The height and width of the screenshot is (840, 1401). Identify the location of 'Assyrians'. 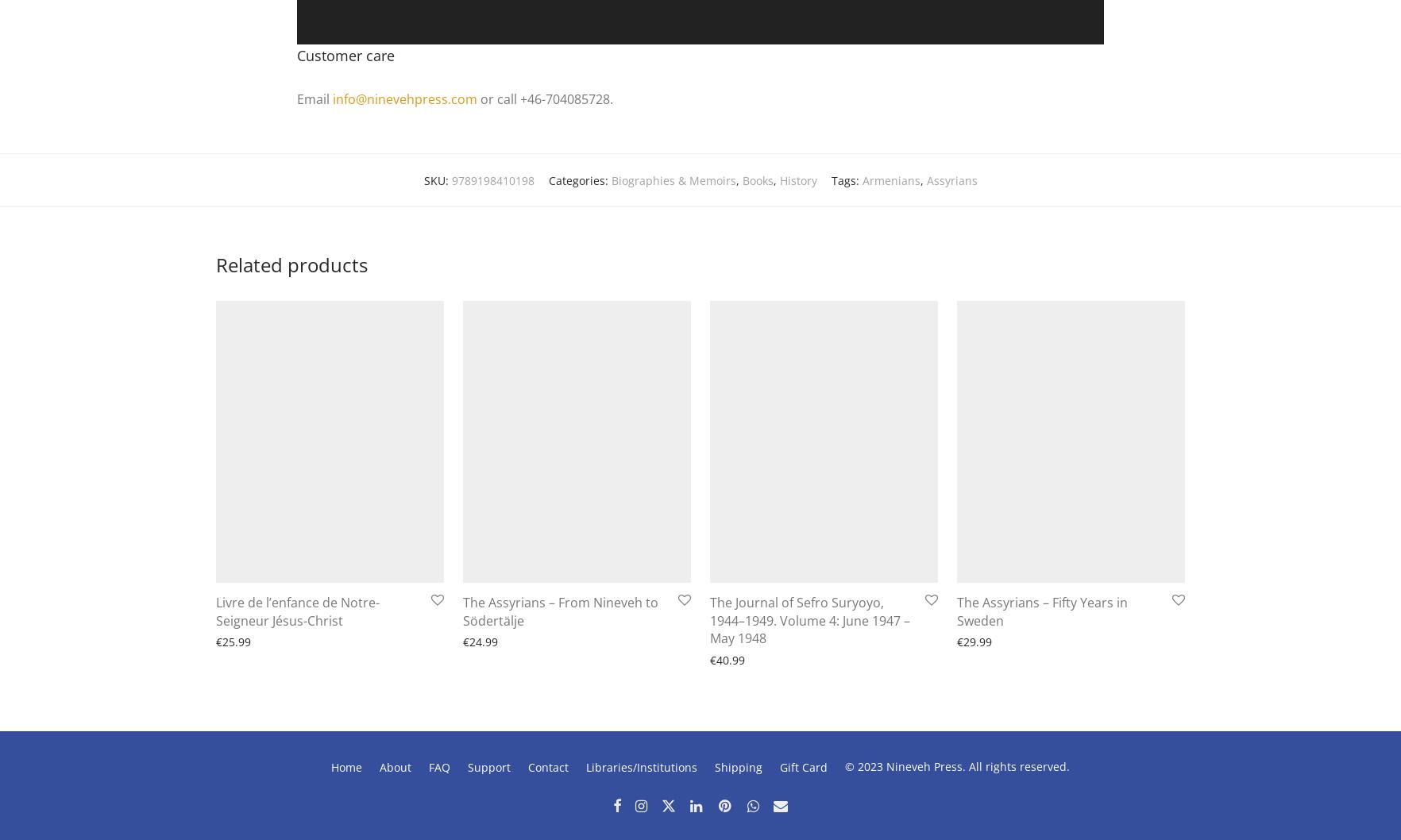
(951, 179).